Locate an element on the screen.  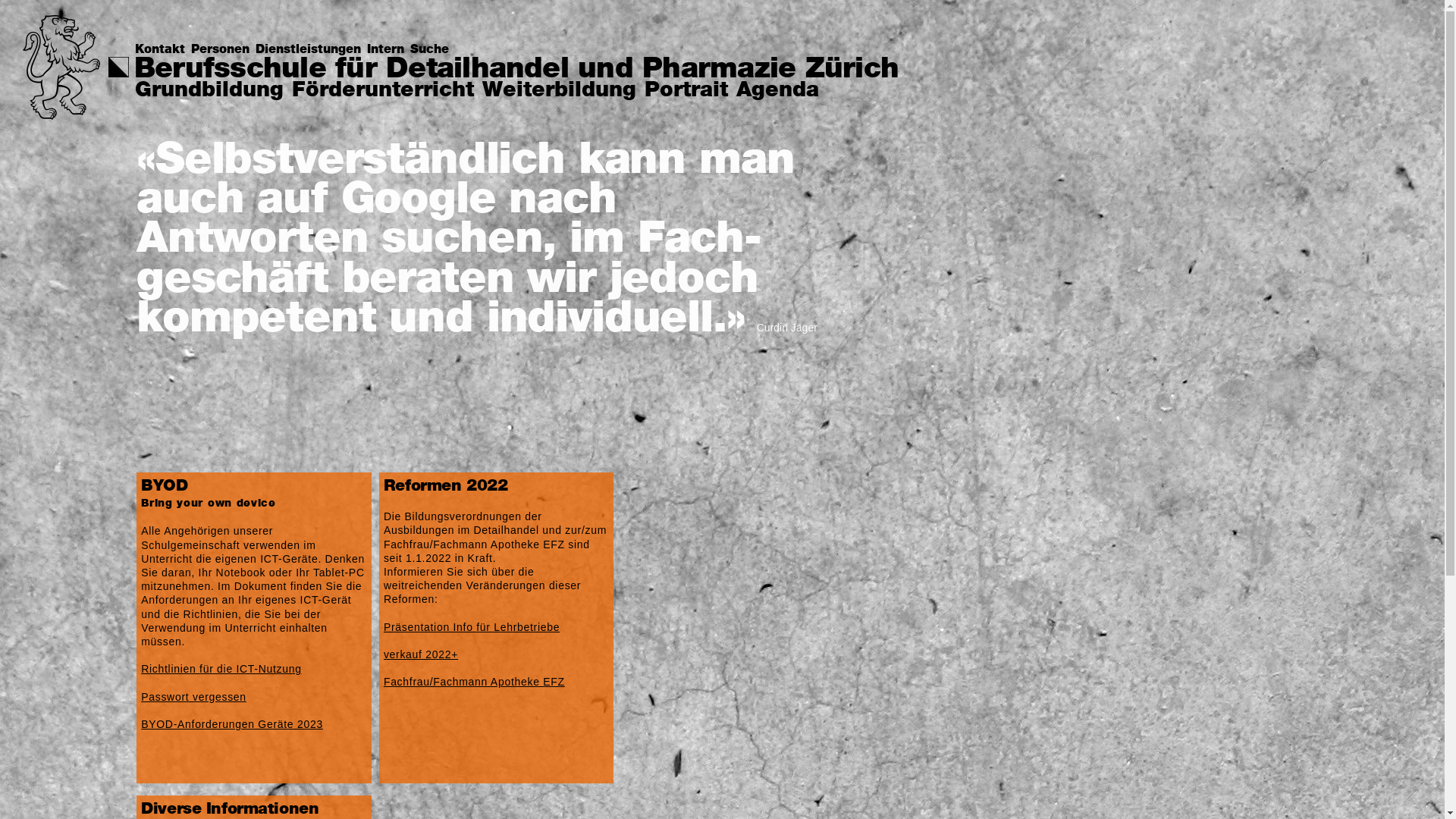
'verkauf 2022+' is located at coordinates (421, 654).